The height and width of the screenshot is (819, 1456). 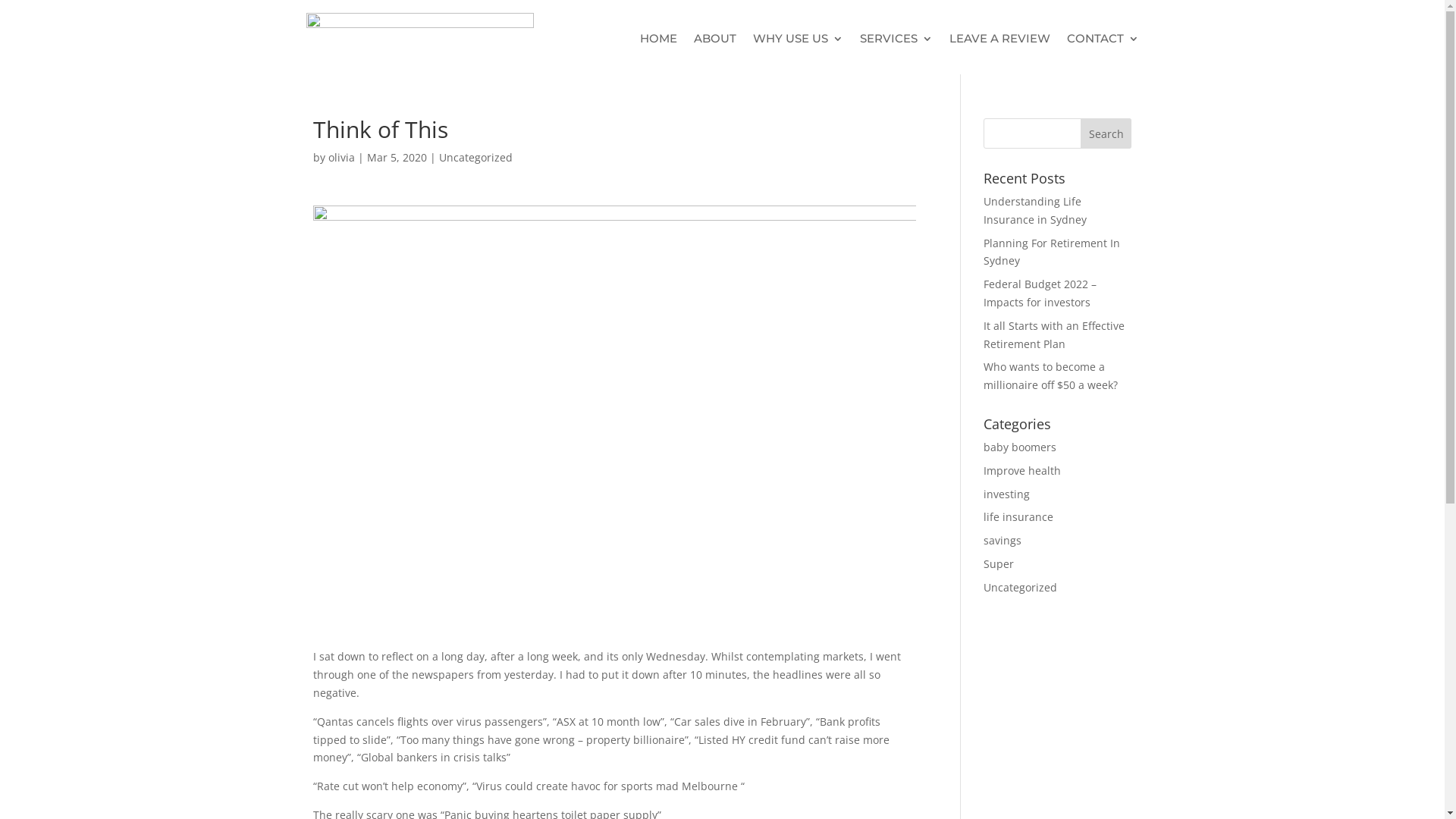 What do you see at coordinates (796, 37) in the screenshot?
I see `'WHY USE US'` at bounding box center [796, 37].